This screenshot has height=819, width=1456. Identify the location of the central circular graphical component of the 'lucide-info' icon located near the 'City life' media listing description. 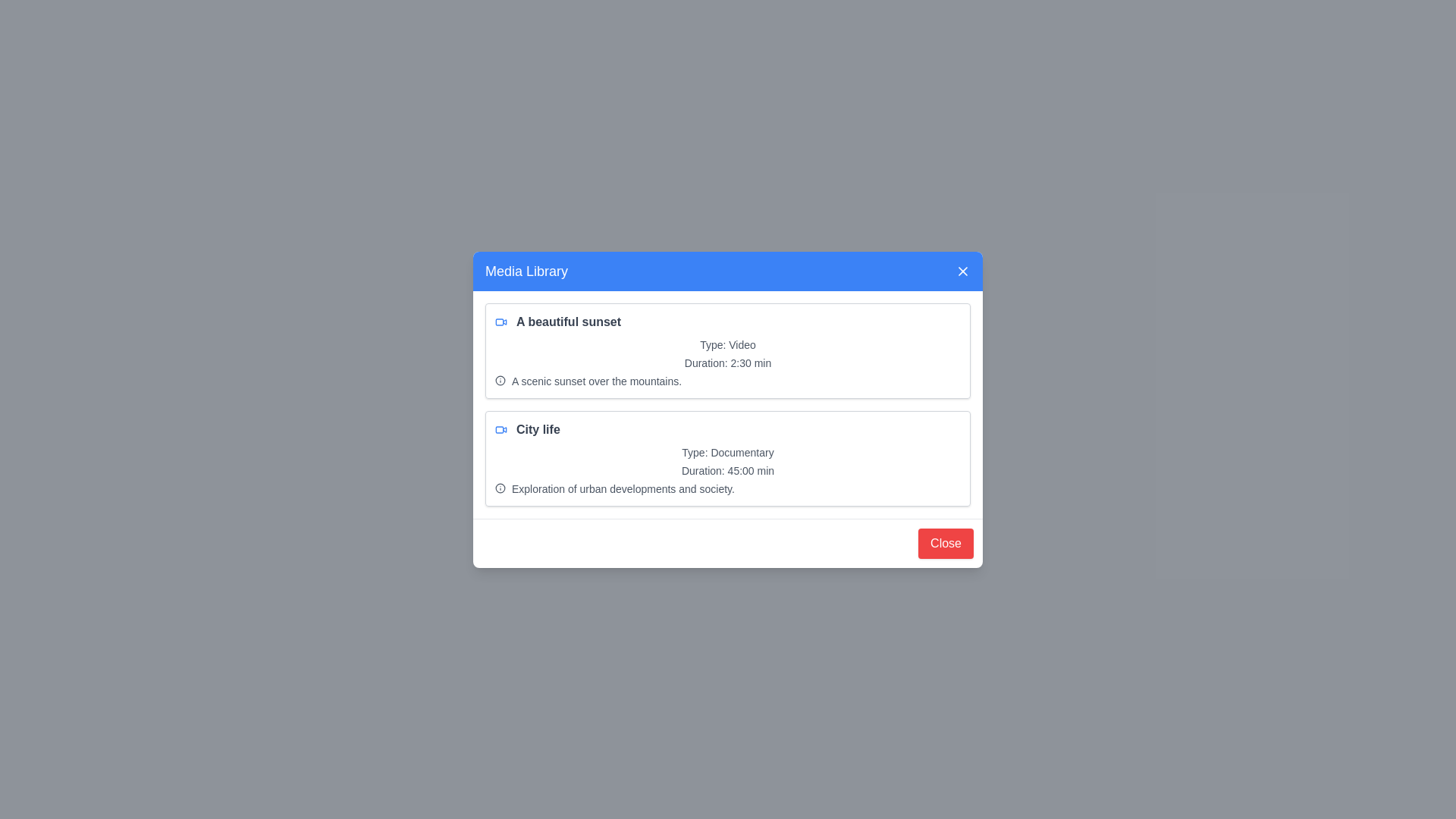
(500, 488).